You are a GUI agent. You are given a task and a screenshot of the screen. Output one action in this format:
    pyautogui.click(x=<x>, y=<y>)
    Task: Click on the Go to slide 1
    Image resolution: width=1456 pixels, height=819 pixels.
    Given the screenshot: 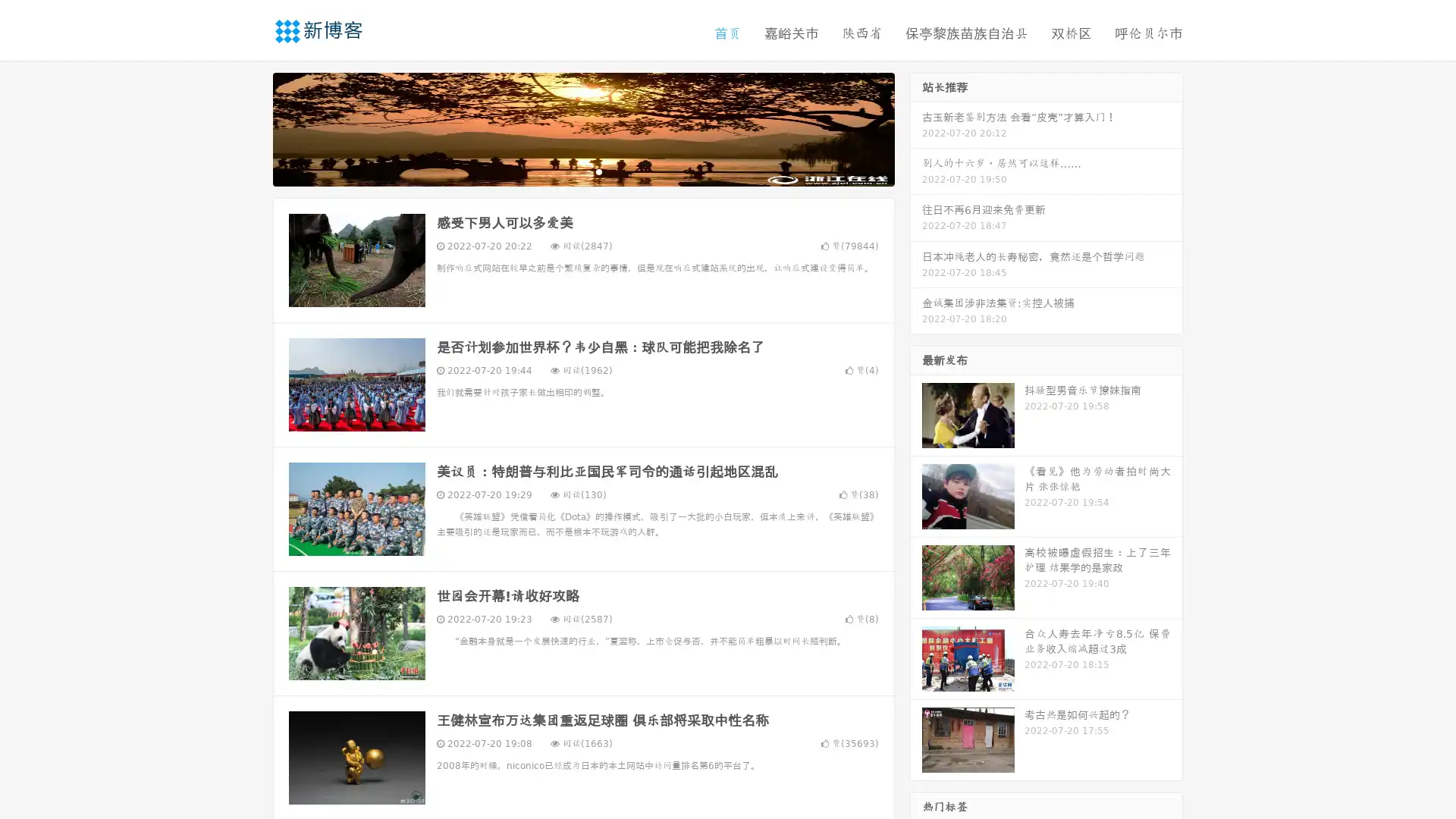 What is the action you would take?
    pyautogui.click(x=567, y=171)
    